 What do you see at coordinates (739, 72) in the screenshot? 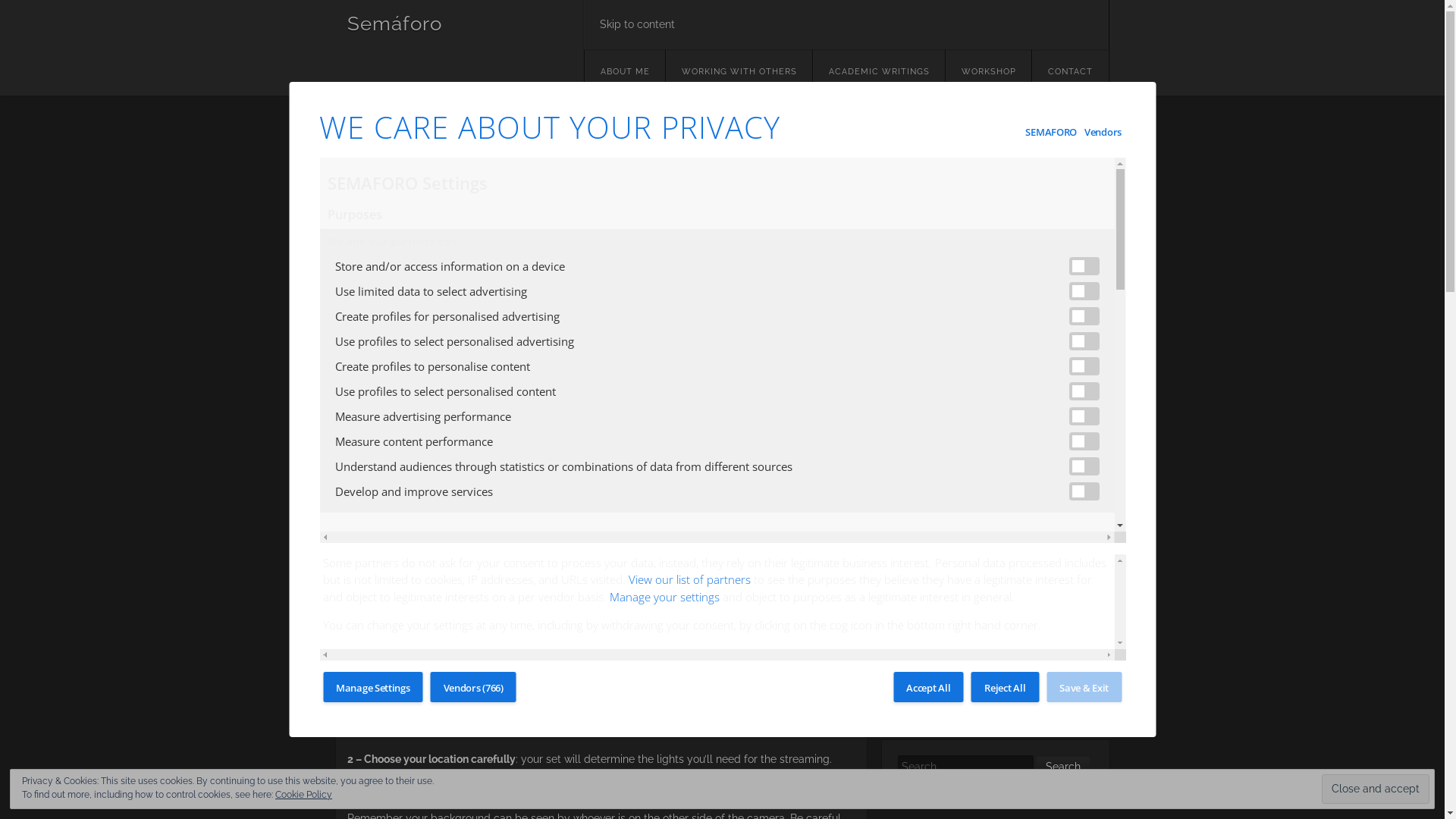
I see `'WORKING WITH OTHERS'` at bounding box center [739, 72].